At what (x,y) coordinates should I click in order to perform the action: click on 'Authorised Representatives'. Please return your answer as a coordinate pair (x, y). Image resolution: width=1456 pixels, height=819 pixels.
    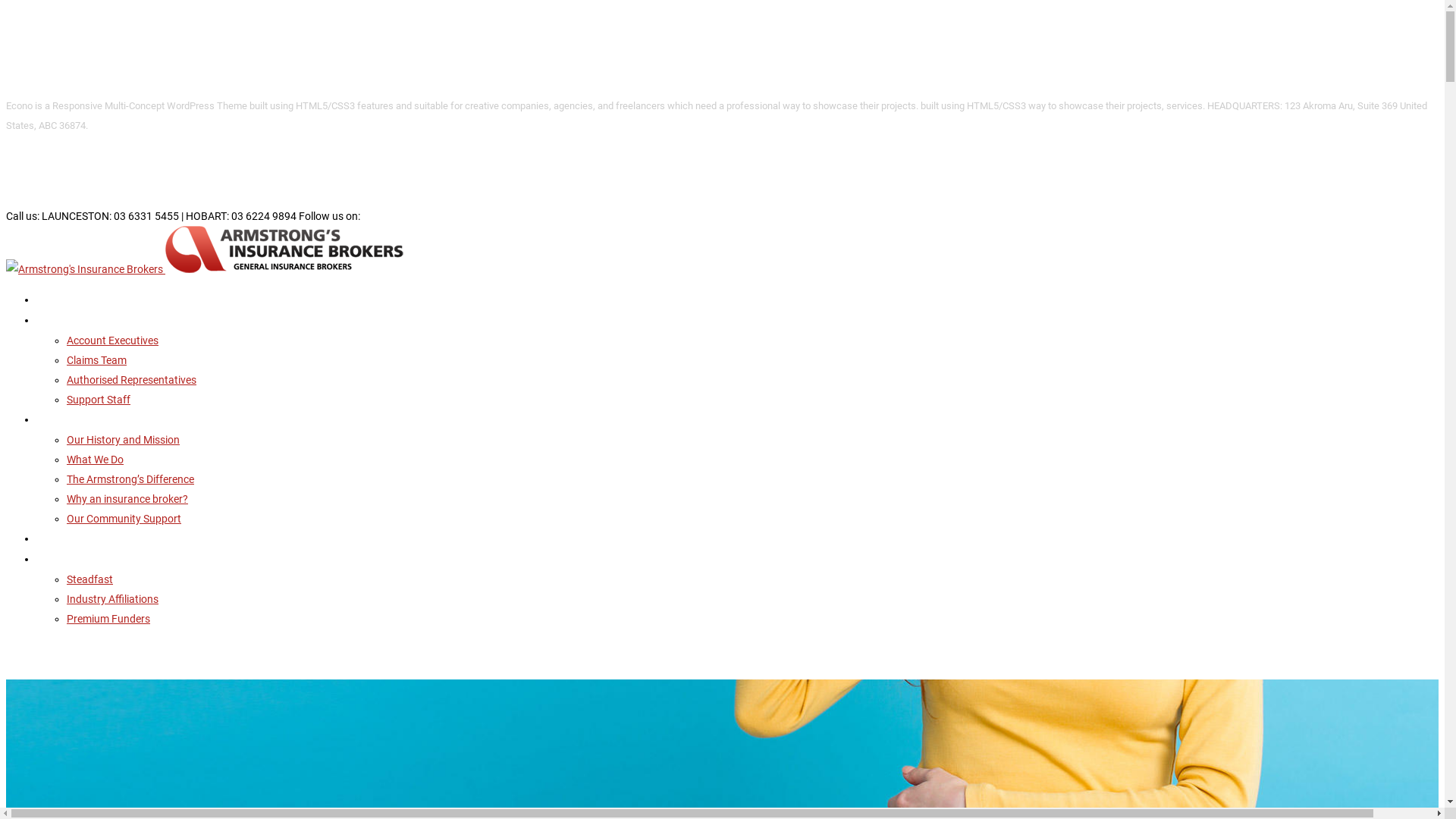
    Looking at the image, I should click on (131, 379).